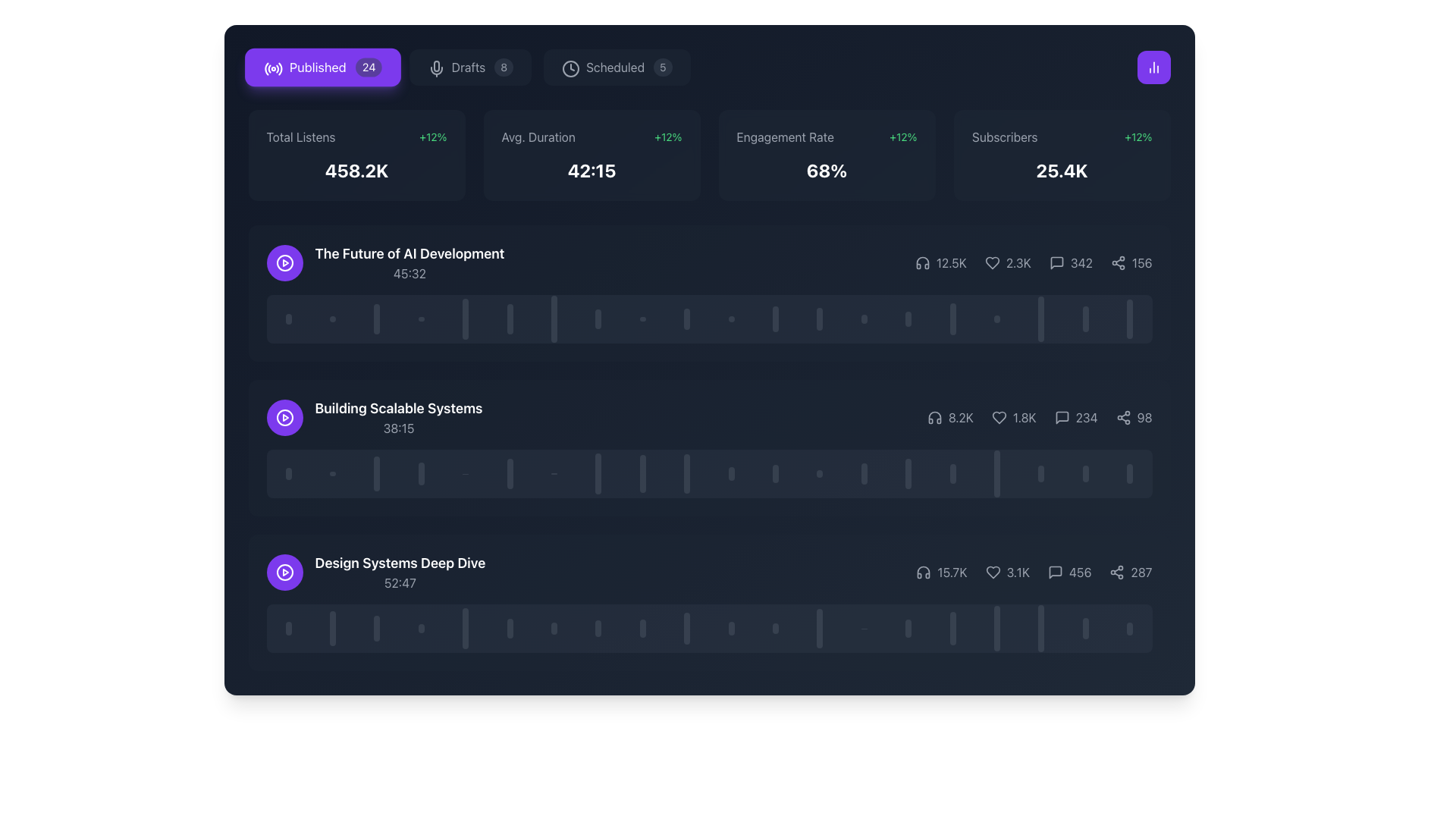 The width and height of the screenshot is (1456, 819). Describe the element at coordinates (1084, 629) in the screenshot. I see `the 19th vertical rounded rectangle progress bar element, which is gray and slightly opaque, located in the bottom section of the interface` at that location.